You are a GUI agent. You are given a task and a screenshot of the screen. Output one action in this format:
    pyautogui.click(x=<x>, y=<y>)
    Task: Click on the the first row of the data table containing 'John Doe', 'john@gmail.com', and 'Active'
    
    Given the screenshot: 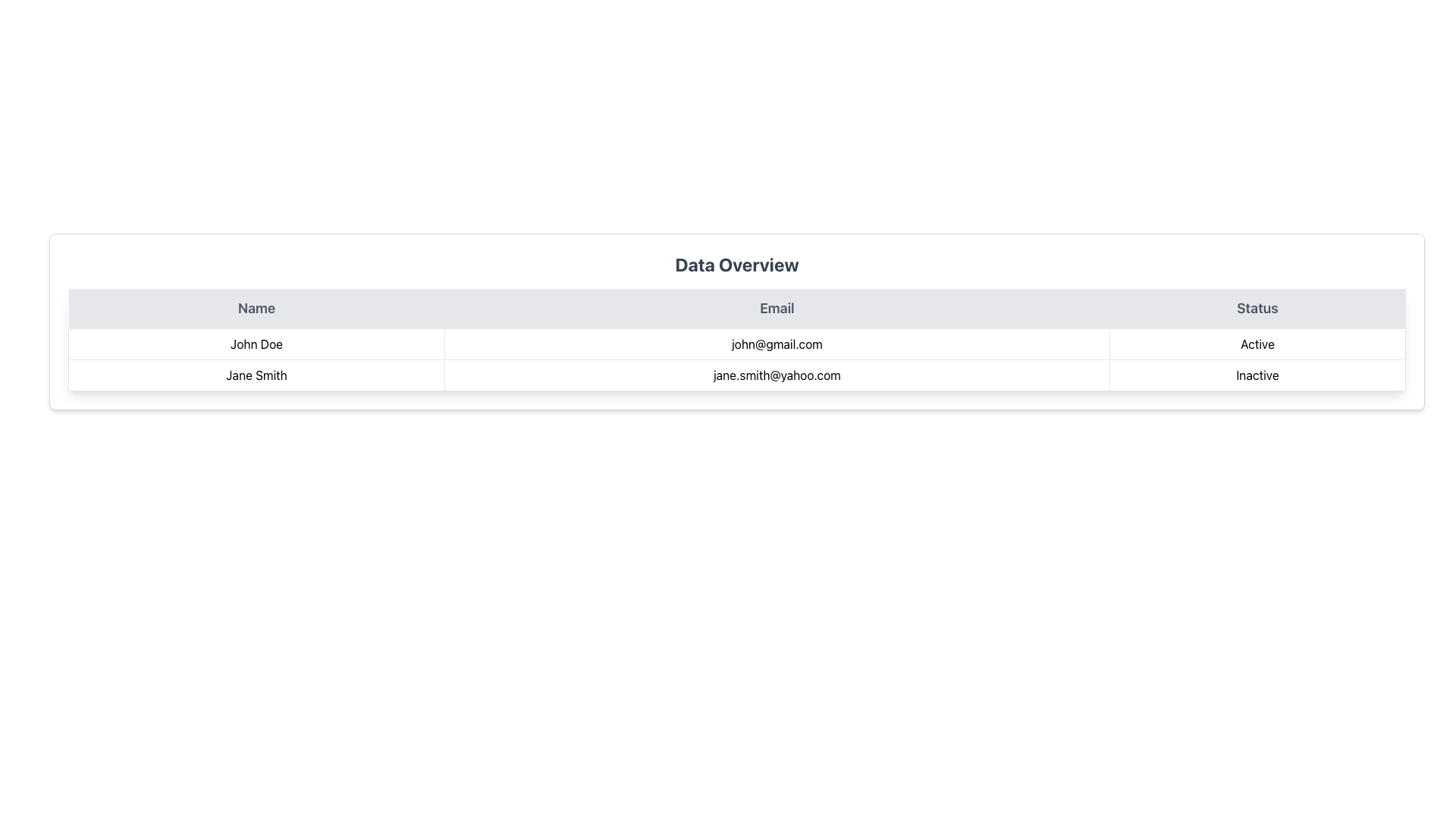 What is the action you would take?
    pyautogui.click(x=736, y=344)
    